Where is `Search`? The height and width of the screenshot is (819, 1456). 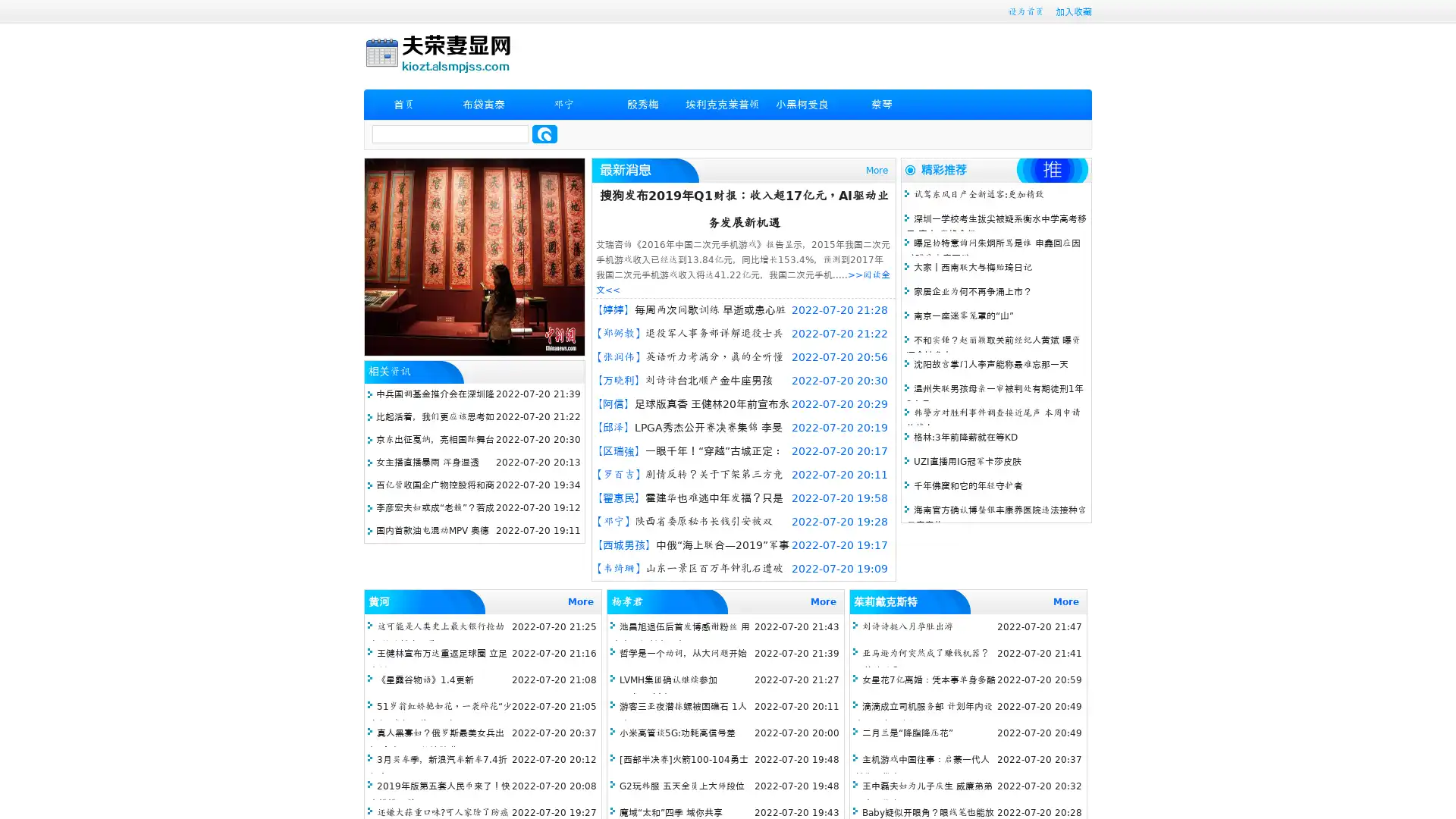
Search is located at coordinates (544, 133).